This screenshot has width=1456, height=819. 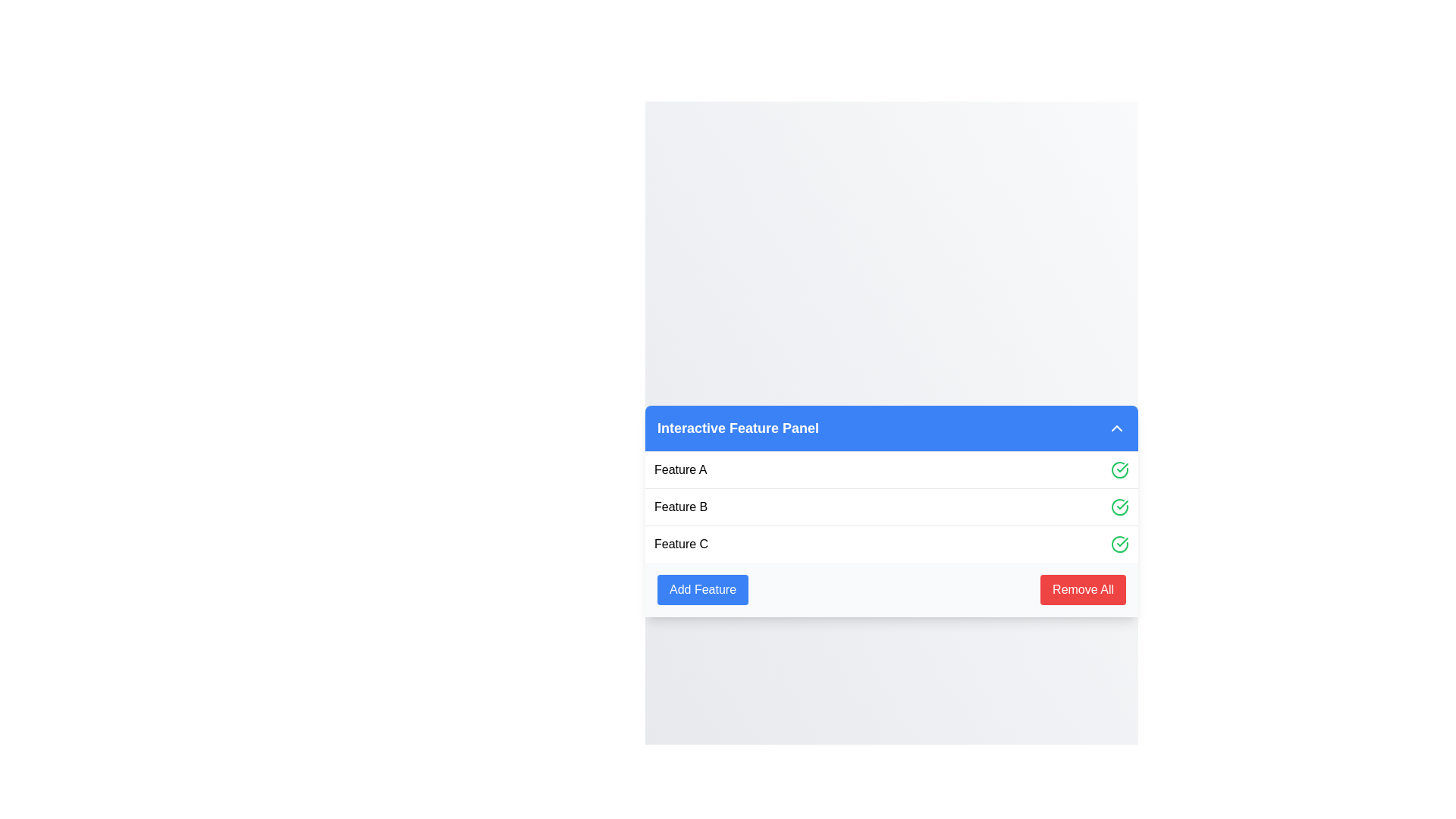 What do you see at coordinates (892, 468) in the screenshot?
I see `the first list item labeled 'Feature A' in the 'Interactive Feature Panel'` at bounding box center [892, 468].